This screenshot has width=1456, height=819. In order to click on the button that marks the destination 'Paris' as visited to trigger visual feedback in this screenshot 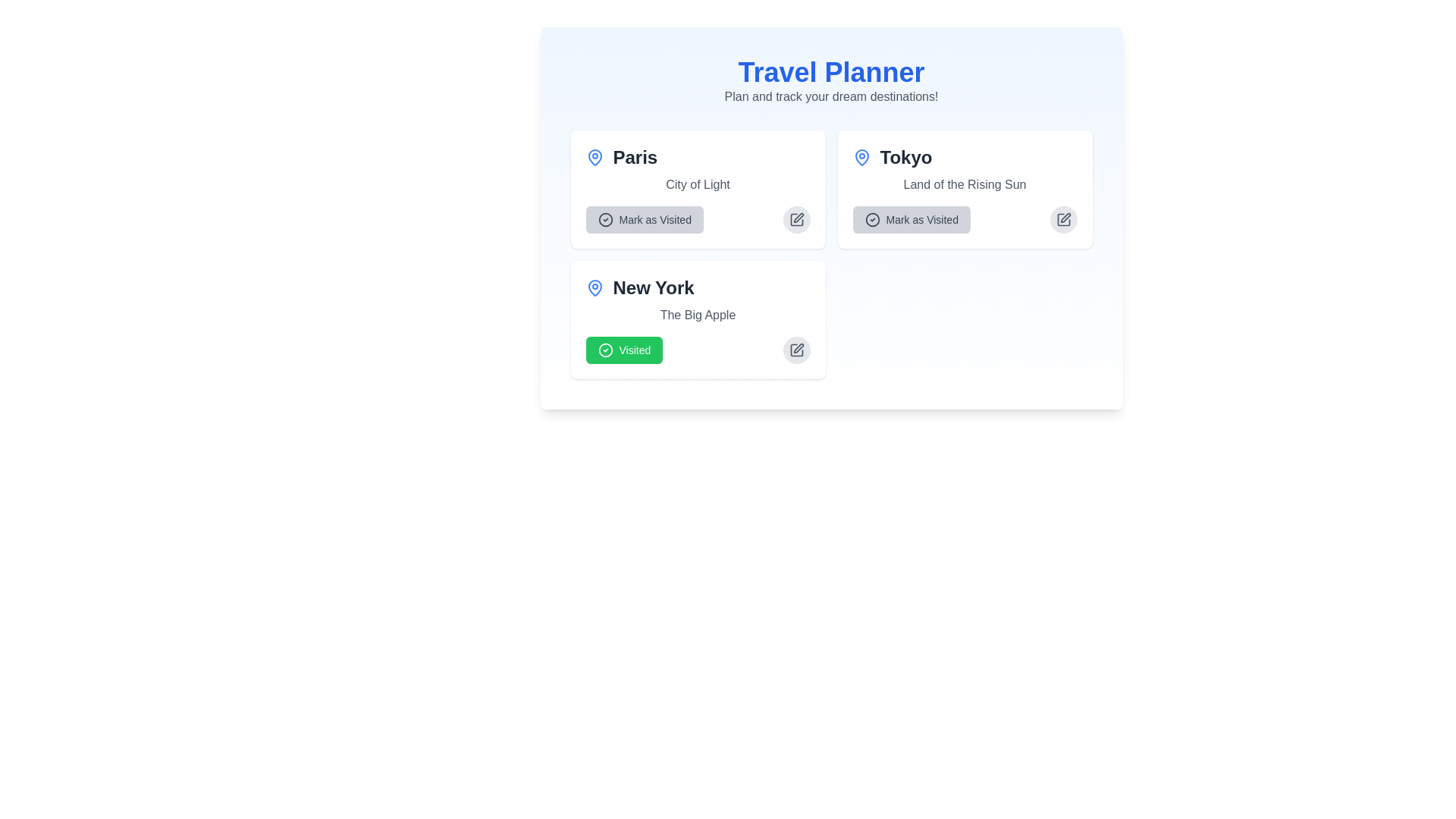, I will do `click(697, 219)`.